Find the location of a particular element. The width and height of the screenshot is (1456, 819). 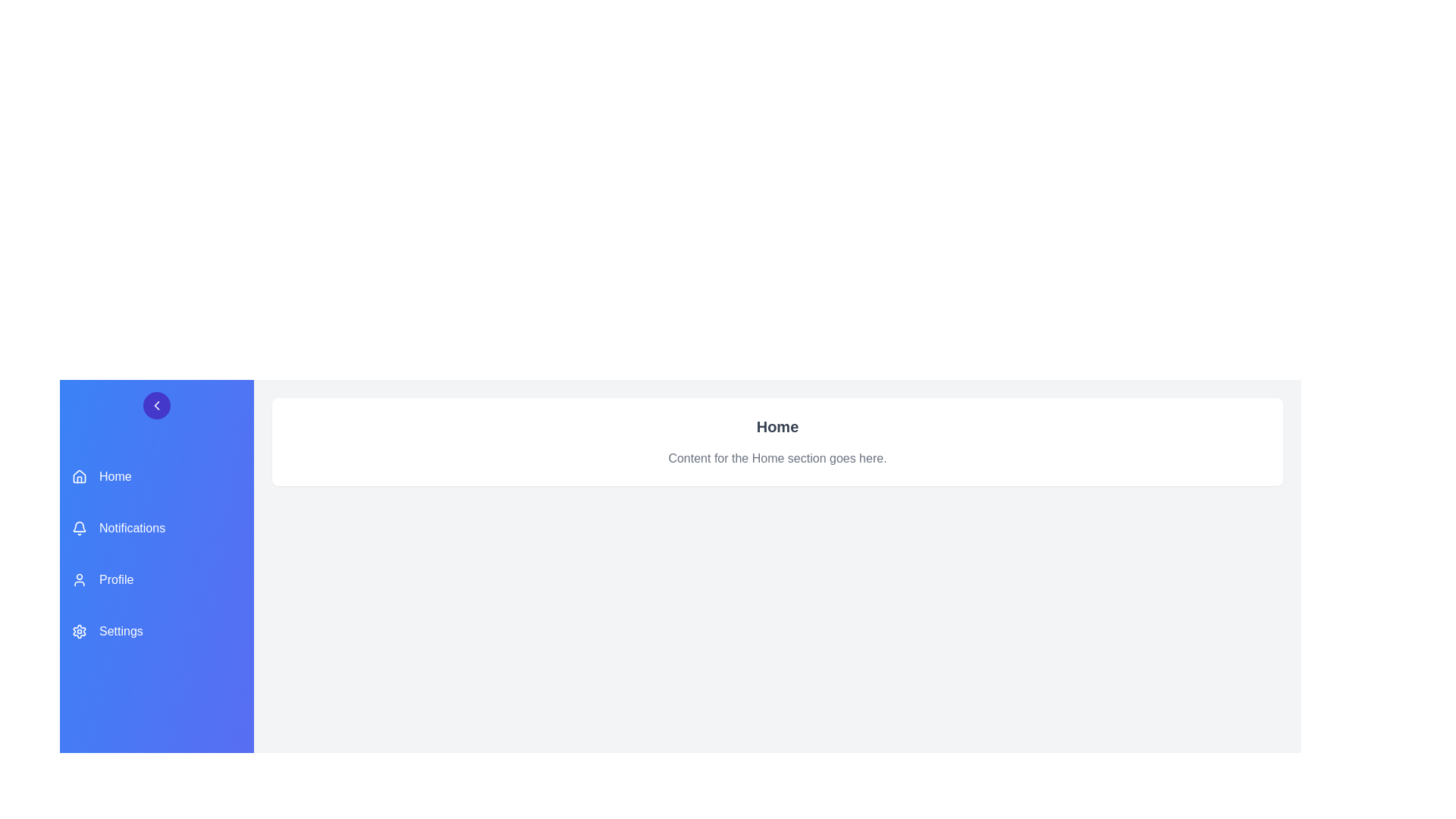

the home icon located in the sidebar, which is a vector graphic in the shape of a house, positioned next to the text 'Home.' is located at coordinates (79, 475).